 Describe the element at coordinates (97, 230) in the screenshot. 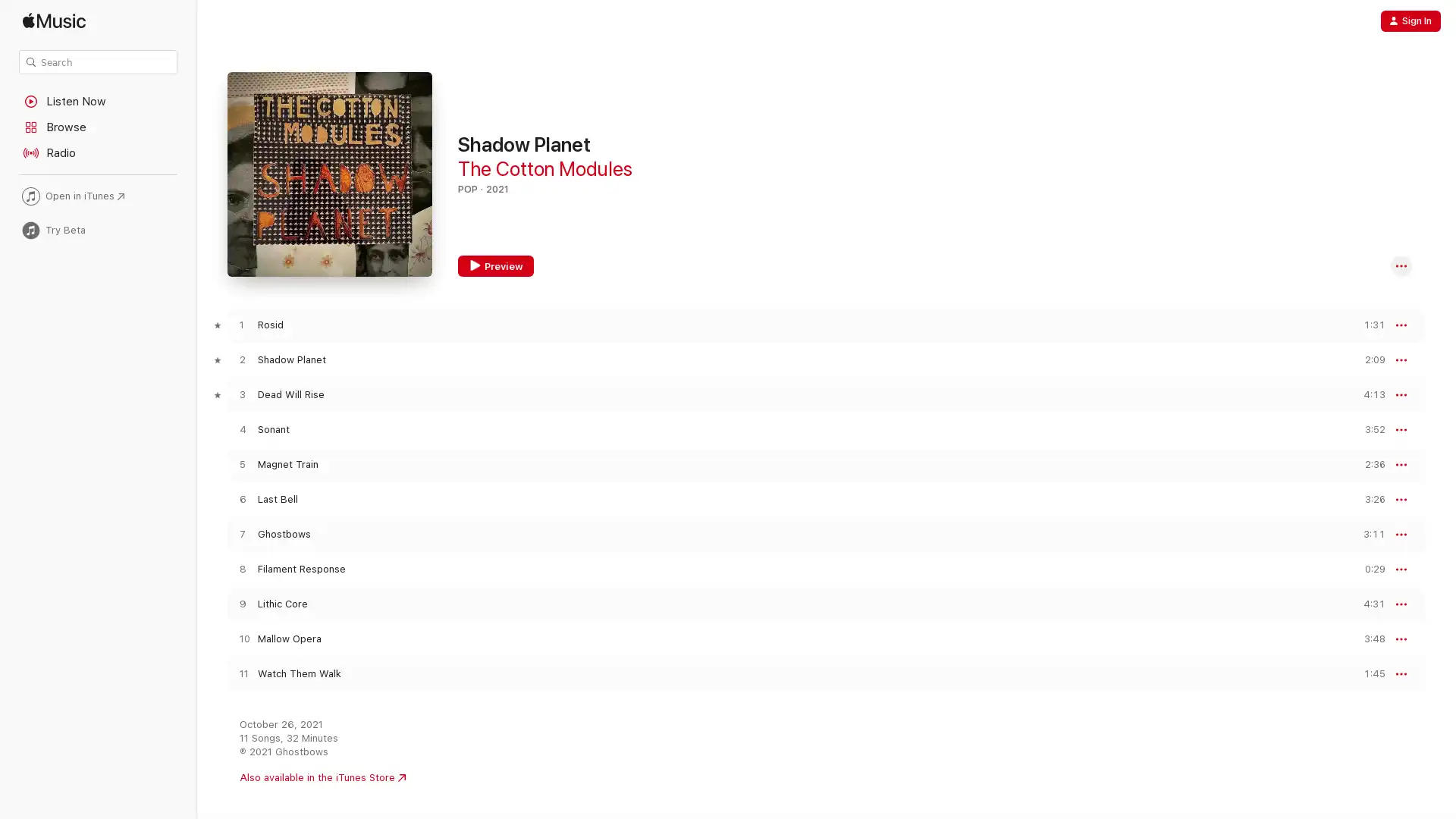

I see `Try Beta` at that location.